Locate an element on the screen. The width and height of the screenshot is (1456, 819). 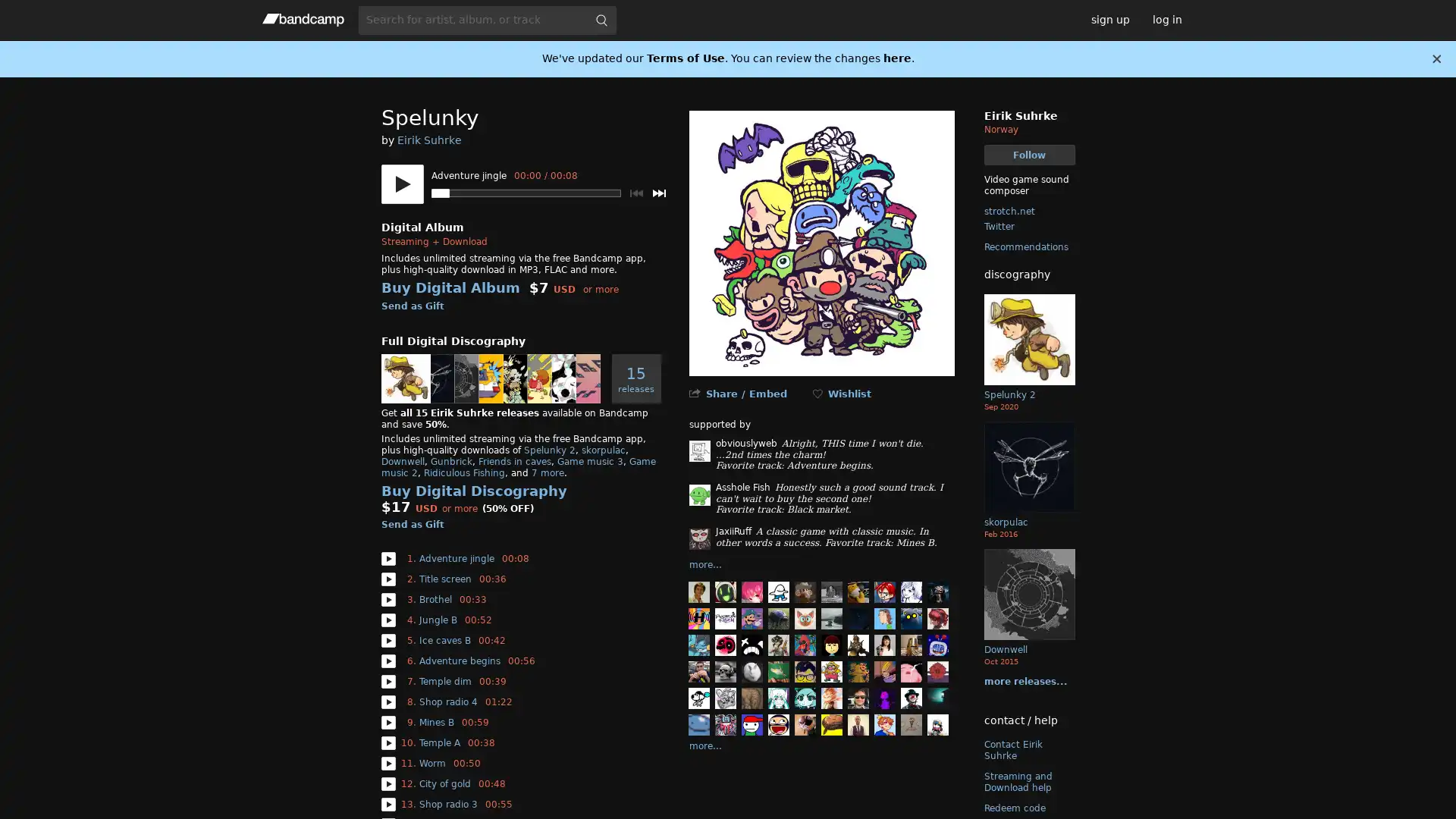
Play Temple A is located at coordinates (388, 742).